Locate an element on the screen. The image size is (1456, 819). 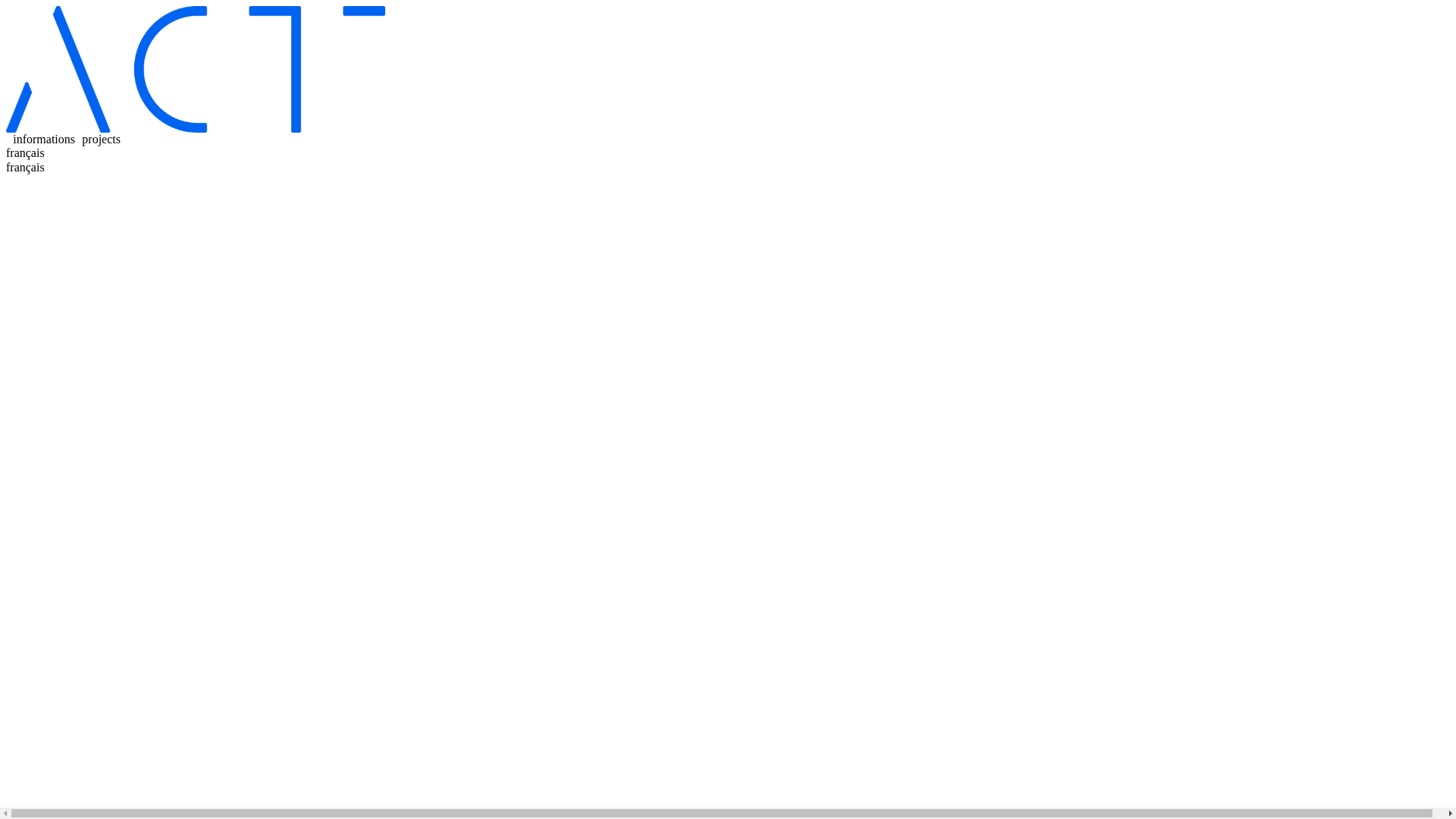
'informations' is located at coordinates (43, 139).